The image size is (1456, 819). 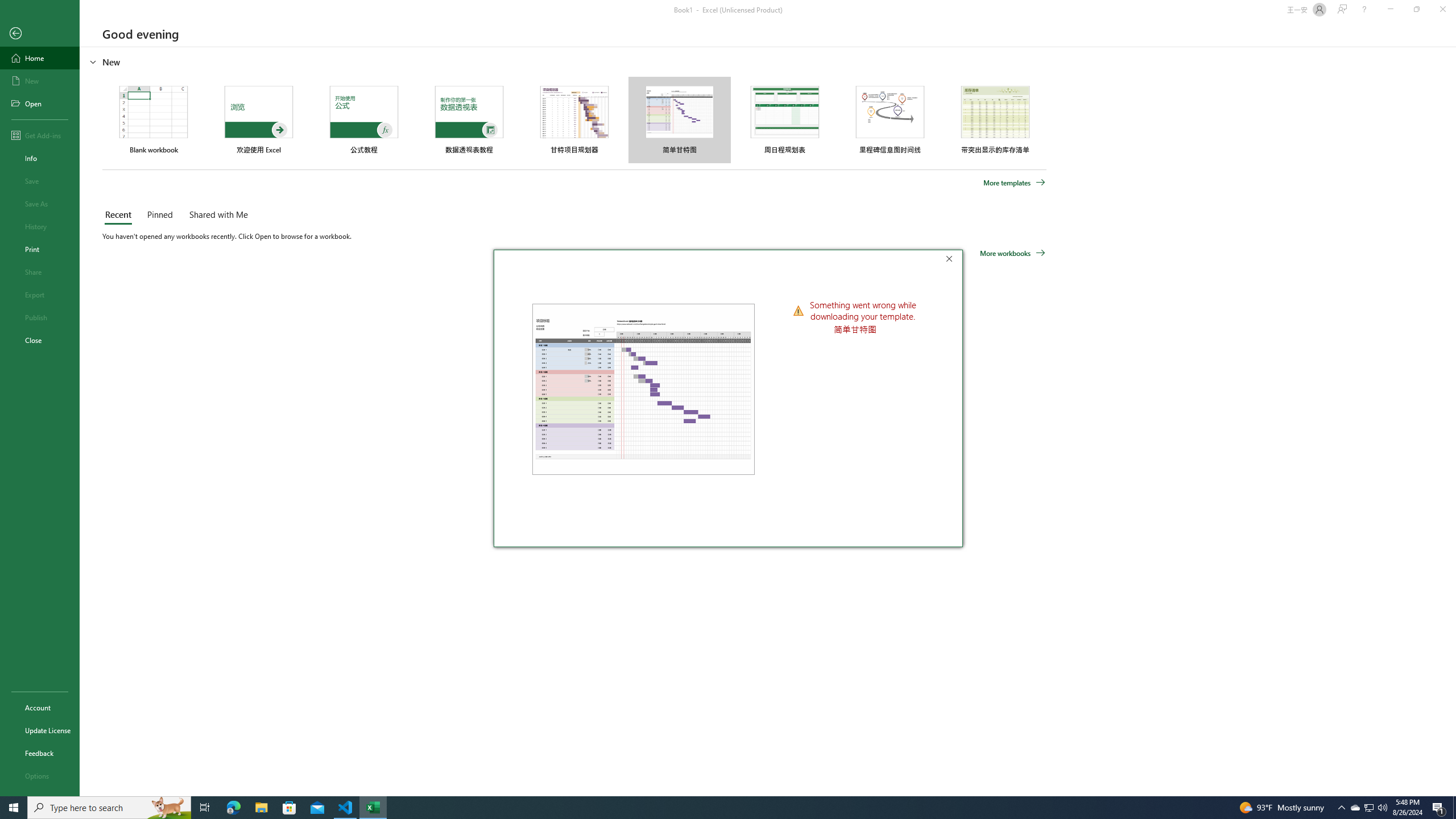 What do you see at coordinates (952, 259) in the screenshot?
I see `'Close'` at bounding box center [952, 259].